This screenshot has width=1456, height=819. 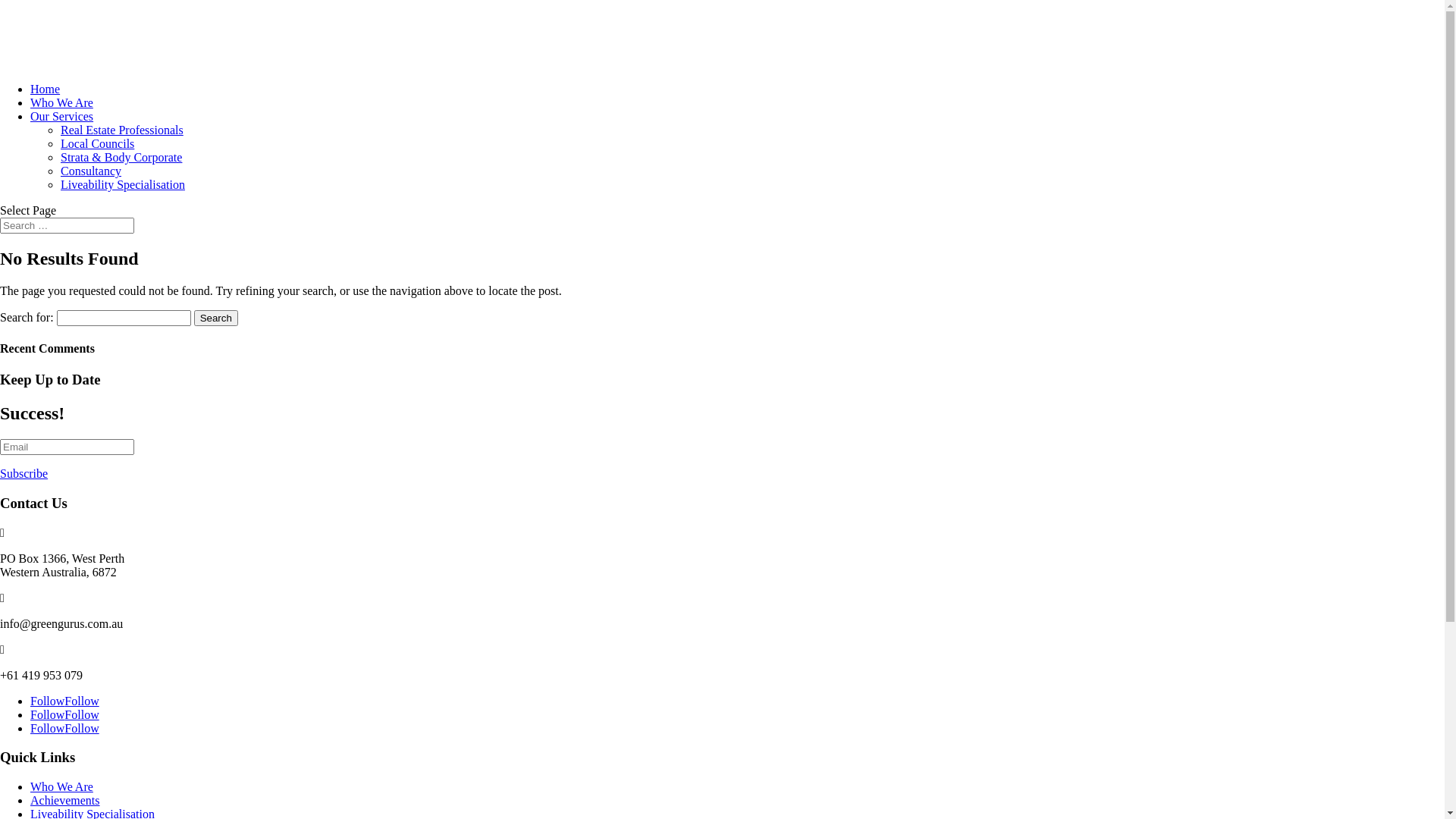 I want to click on 'Subscribe', so click(x=24, y=472).